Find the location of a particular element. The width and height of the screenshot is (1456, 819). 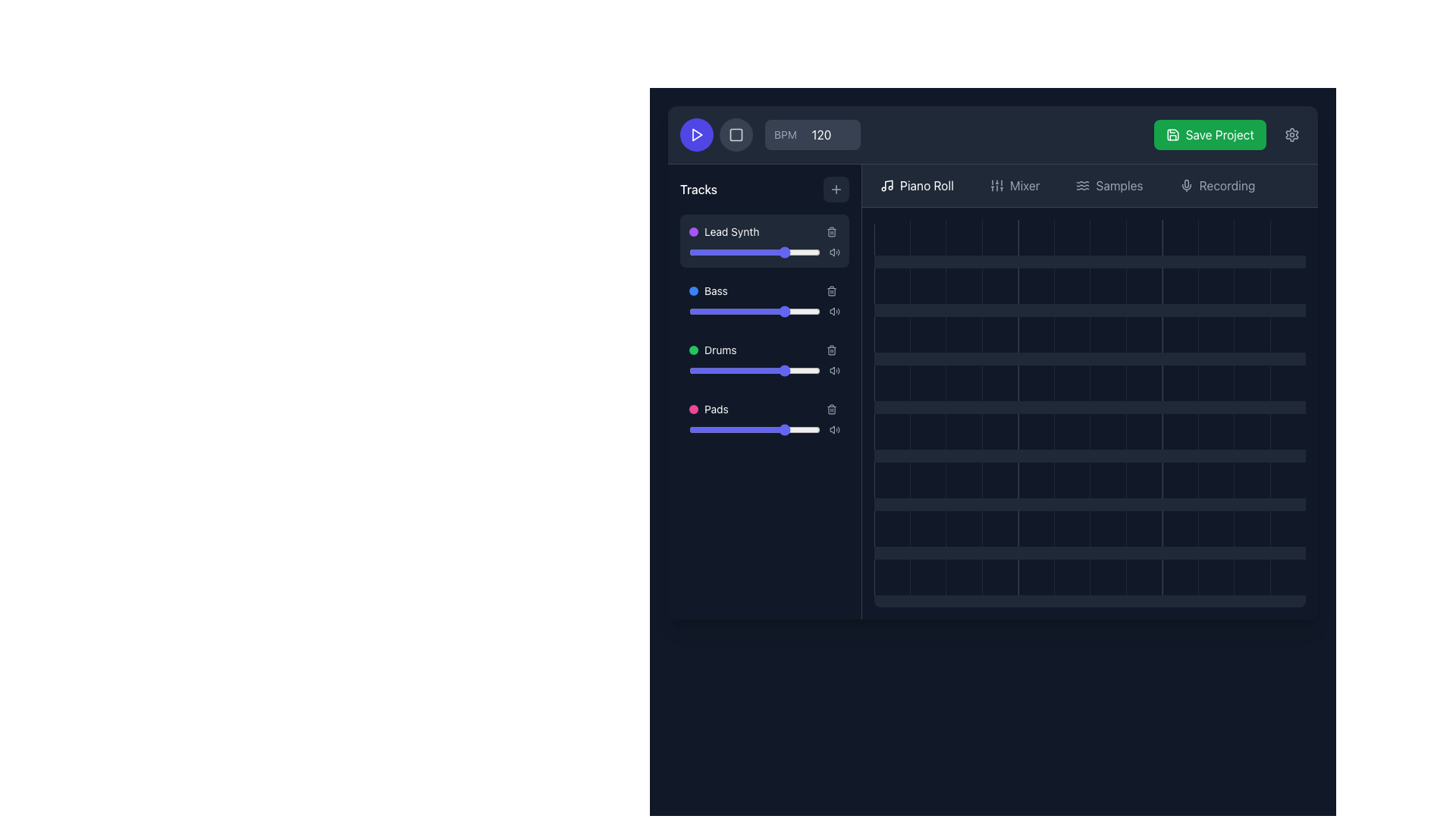

the dark grey grid cell located in the 5th row and 2nd column is located at coordinates (927, 480).